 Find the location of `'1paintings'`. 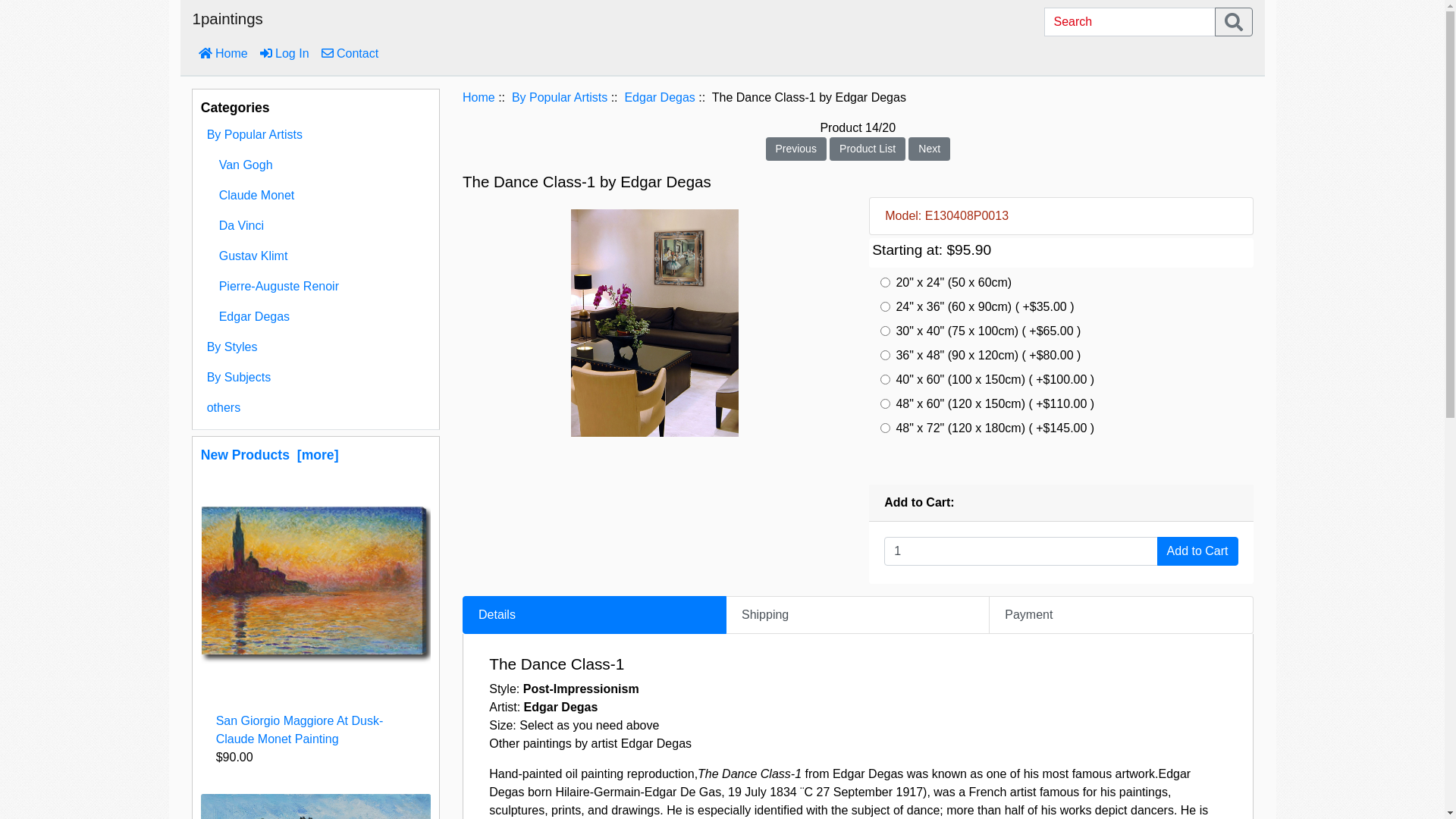

'1paintings' is located at coordinates (227, 22).